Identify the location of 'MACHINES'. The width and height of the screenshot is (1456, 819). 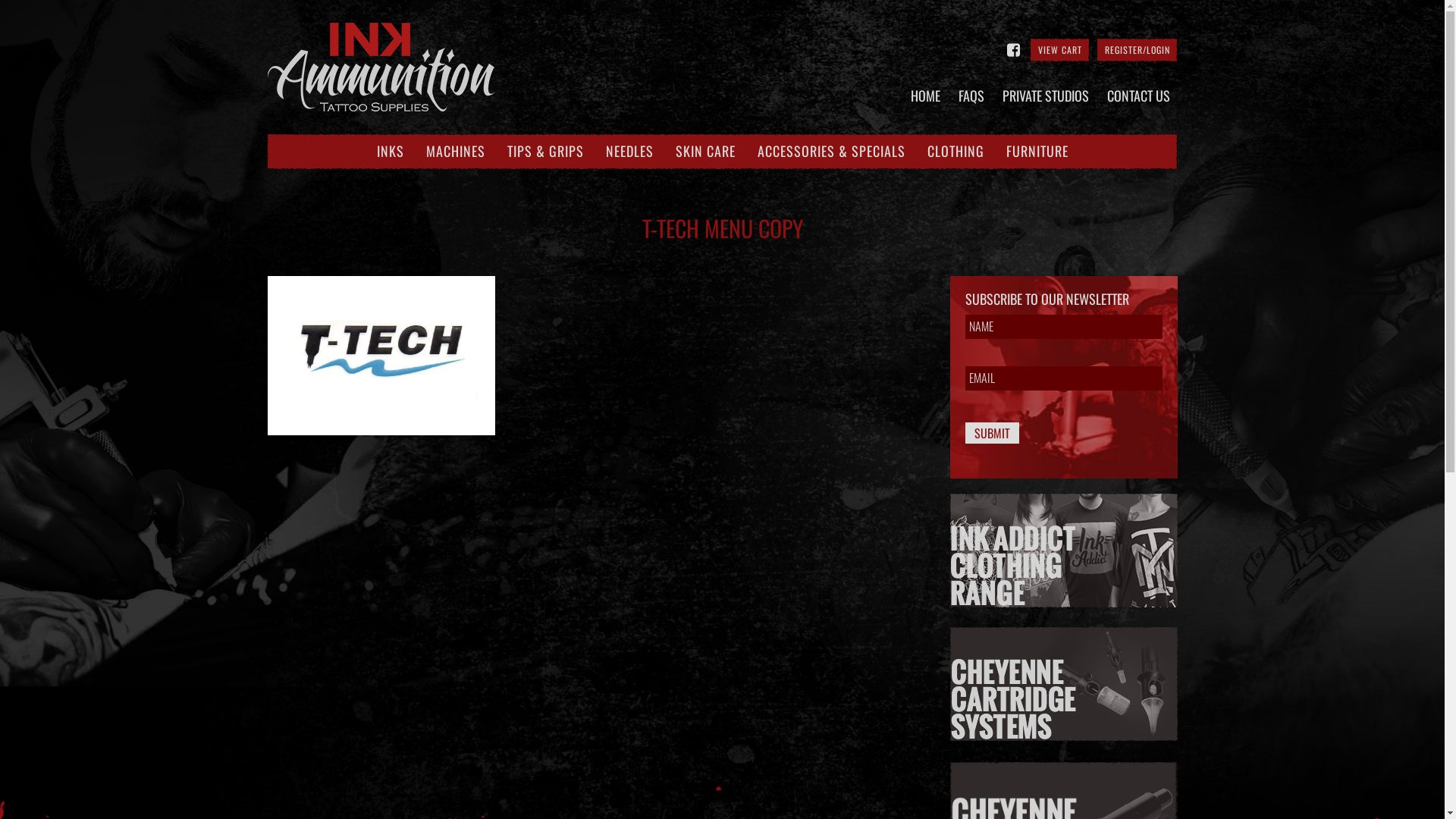
(425, 152).